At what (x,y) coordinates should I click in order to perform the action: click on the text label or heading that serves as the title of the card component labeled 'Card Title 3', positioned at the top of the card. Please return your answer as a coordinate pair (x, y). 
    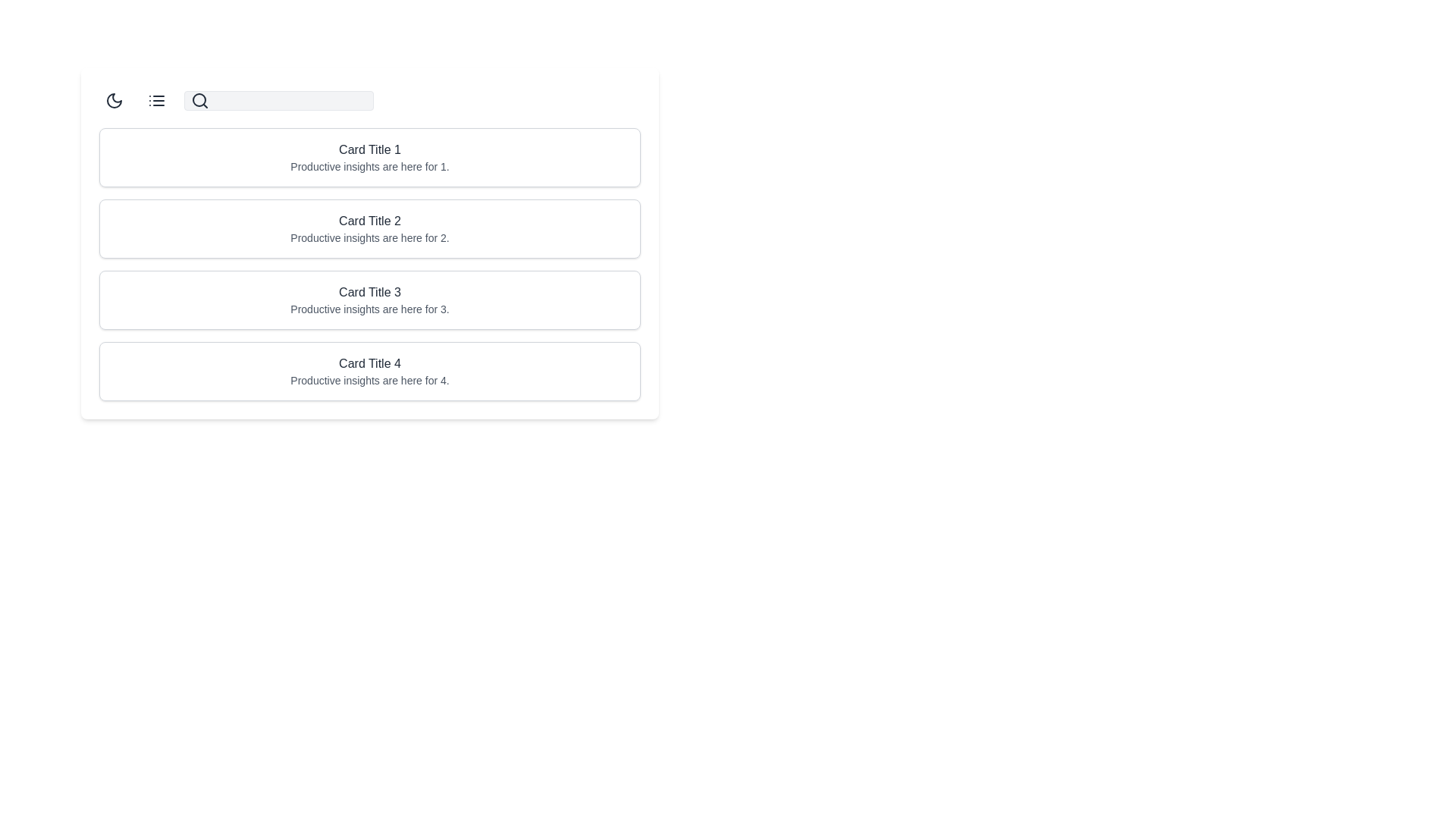
    Looking at the image, I should click on (370, 292).